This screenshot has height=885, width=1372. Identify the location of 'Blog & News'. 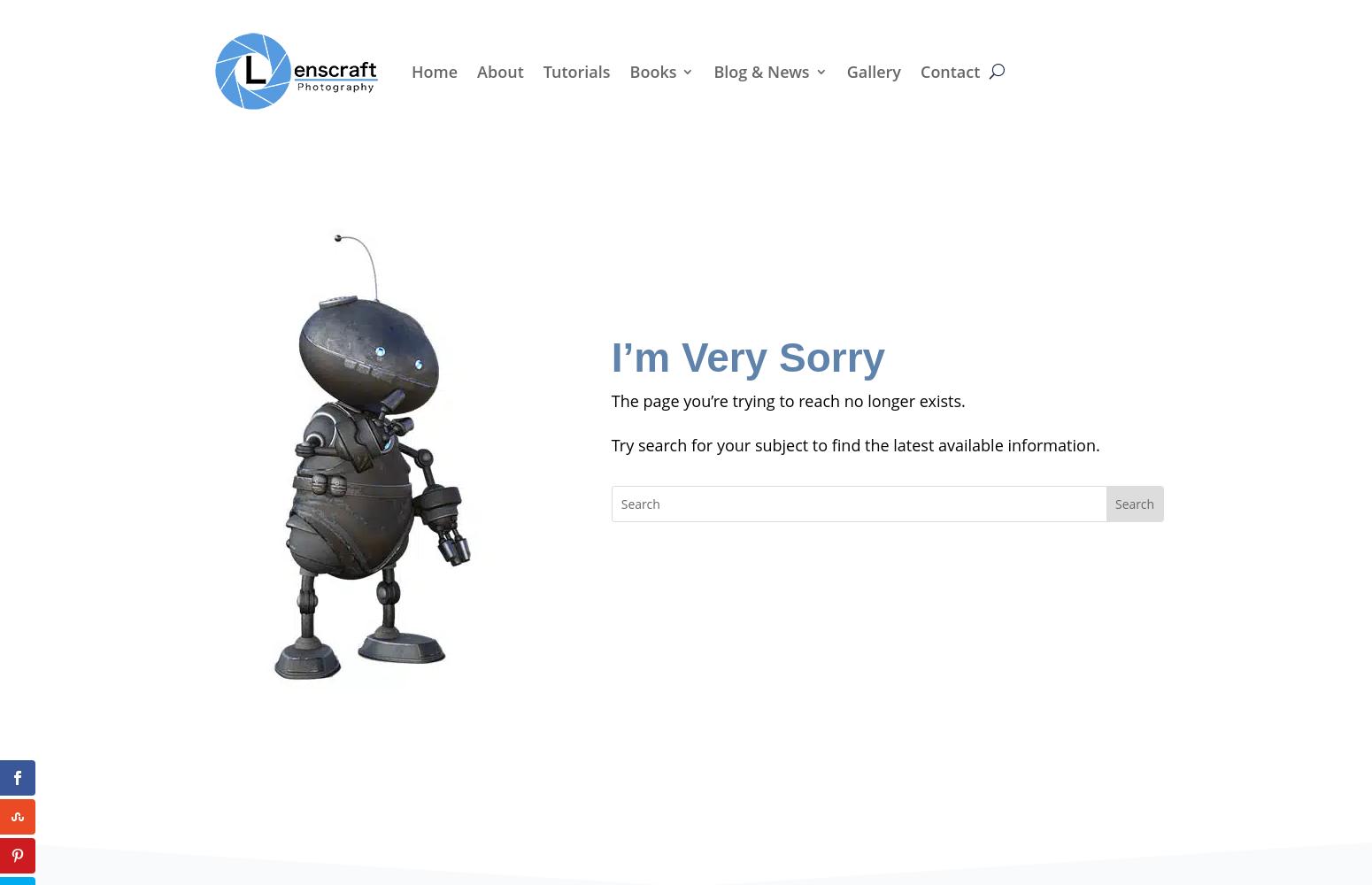
(760, 70).